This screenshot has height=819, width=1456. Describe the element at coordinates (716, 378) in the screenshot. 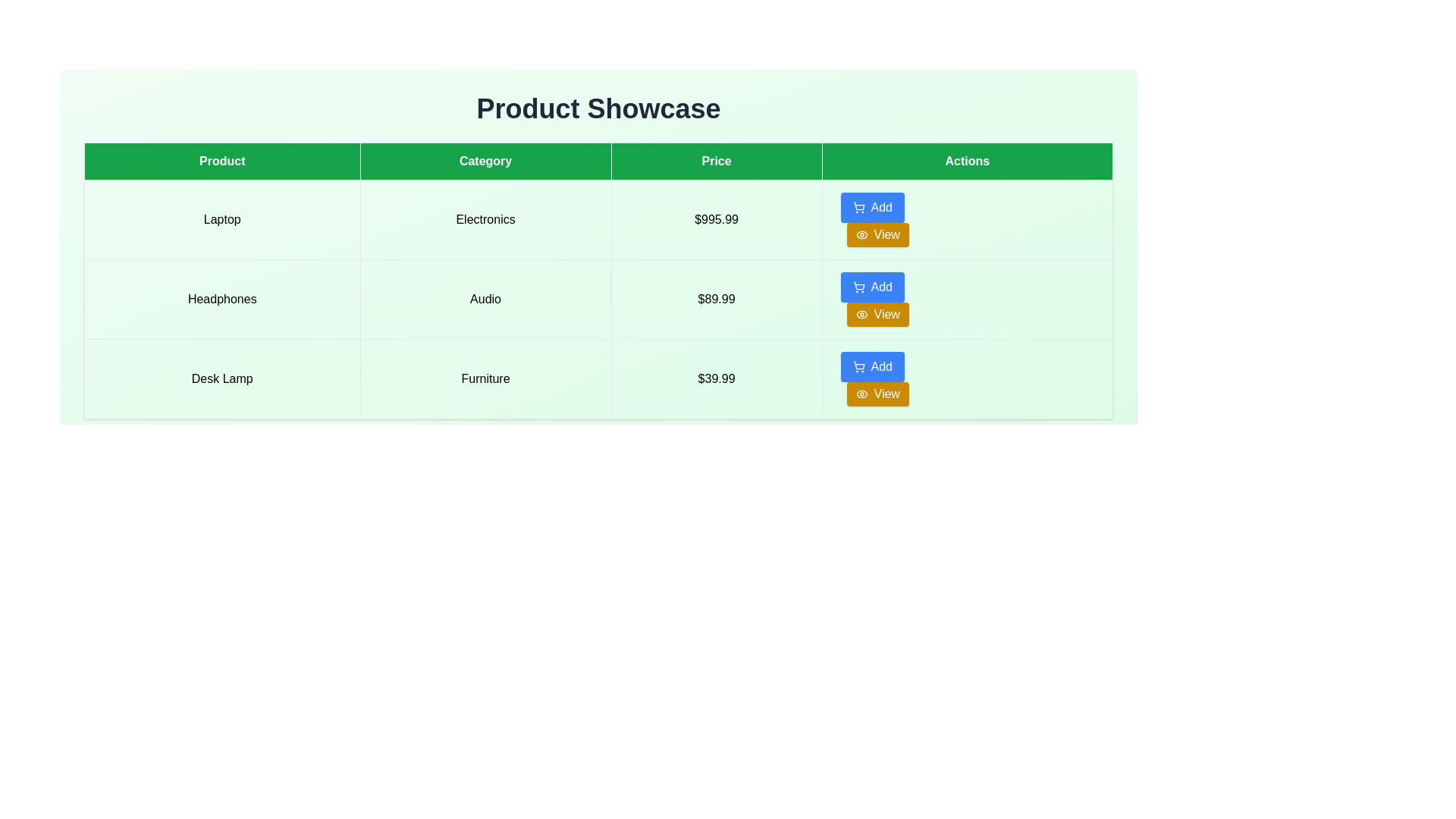

I see `the 'Price' text label displaying the price of the product 'Desk Lamp', which is located in the third column of the last row of the table` at that location.